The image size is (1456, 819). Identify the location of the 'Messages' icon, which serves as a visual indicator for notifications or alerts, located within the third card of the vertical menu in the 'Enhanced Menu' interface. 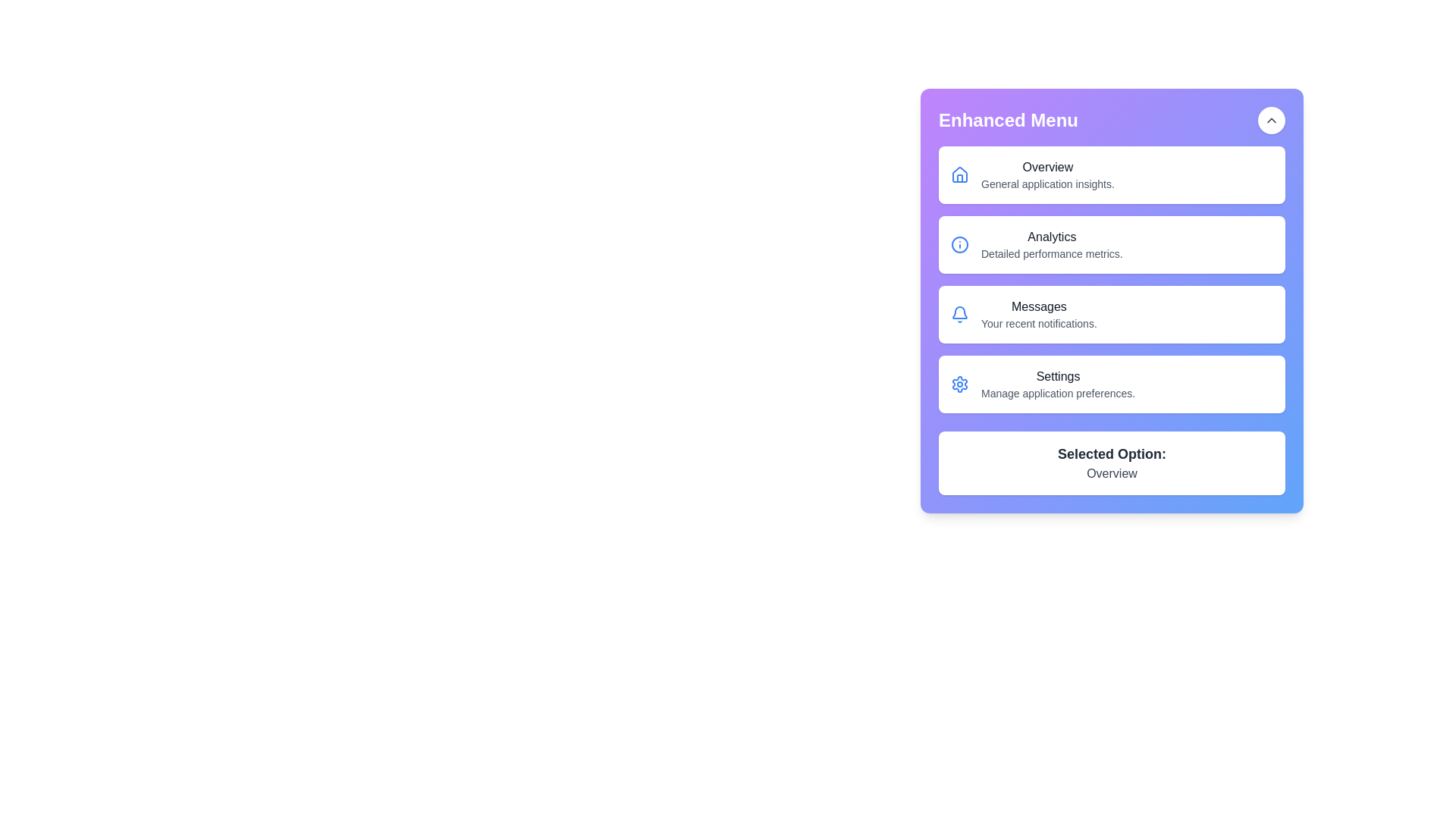
(959, 314).